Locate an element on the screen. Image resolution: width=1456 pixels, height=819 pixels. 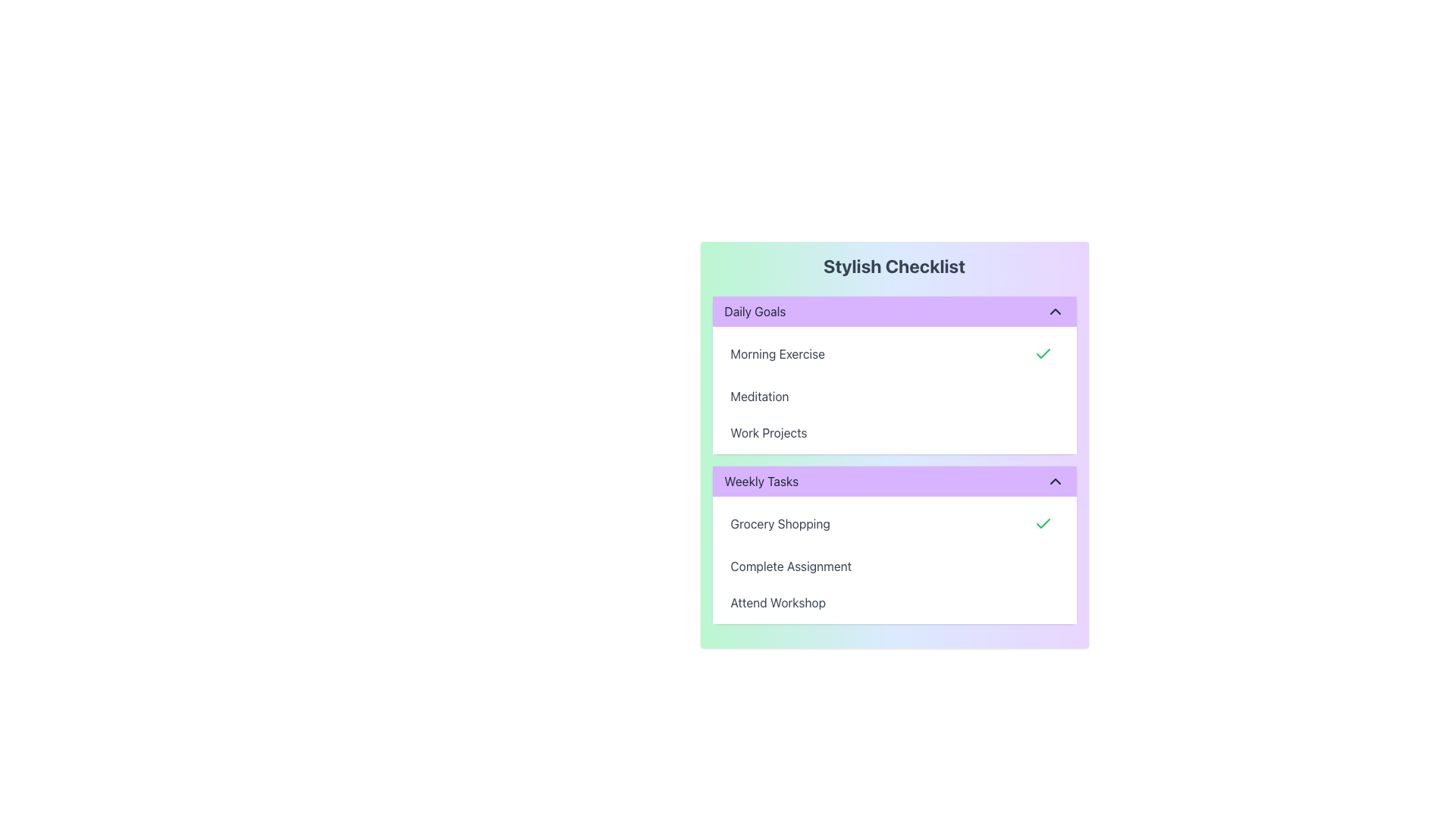
the header text that categorizes the checkbox list section, located at the top-left of the rectangular section and positioned left of the upward arrow icon is located at coordinates (755, 311).